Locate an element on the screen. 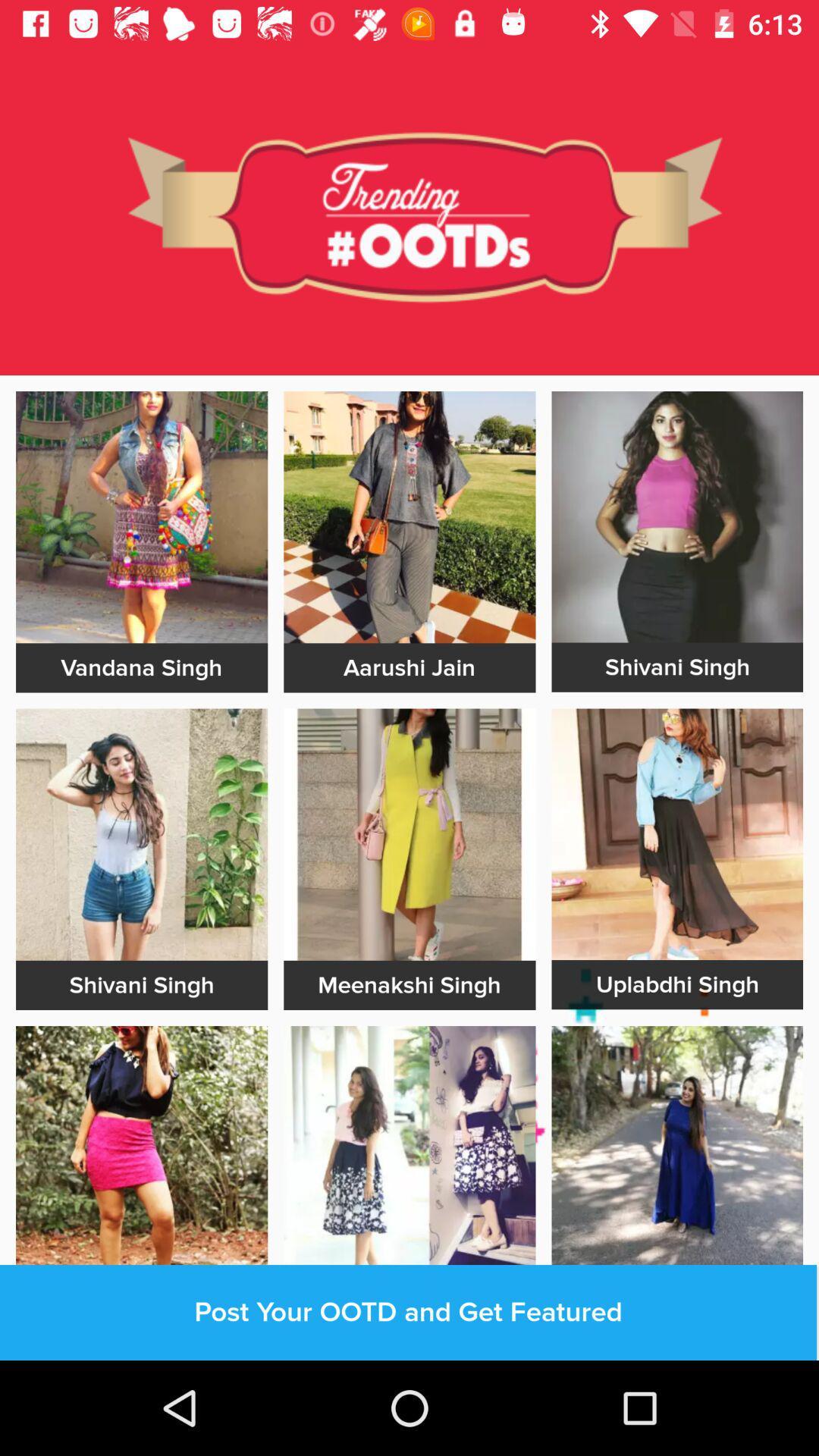 The image size is (819, 1456). the image above uplabdhi singh on the page is located at coordinates (676, 833).